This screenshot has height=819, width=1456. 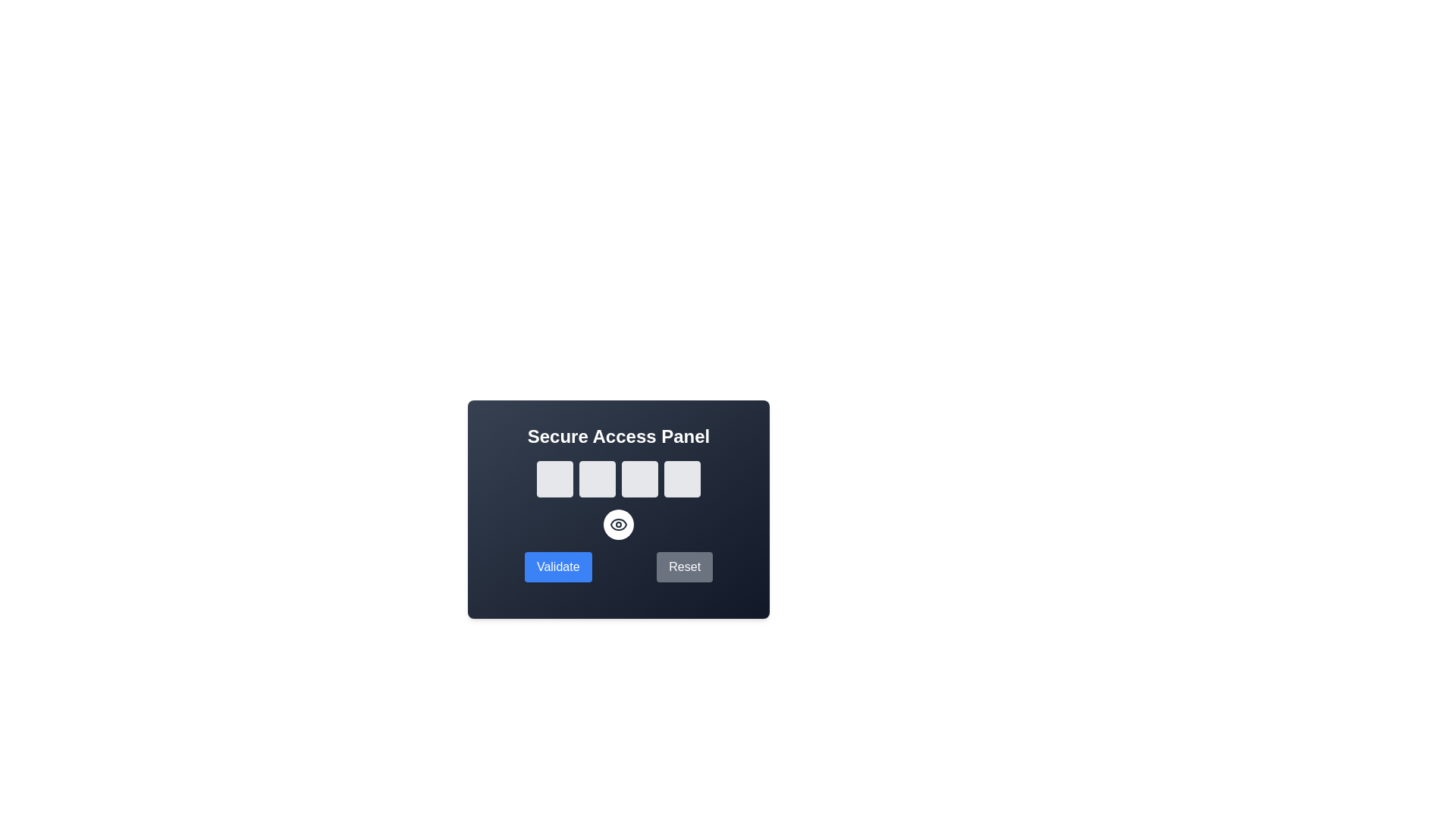 I want to click on the small circular button with a white background and a gray eye icon, so click(x=619, y=523).